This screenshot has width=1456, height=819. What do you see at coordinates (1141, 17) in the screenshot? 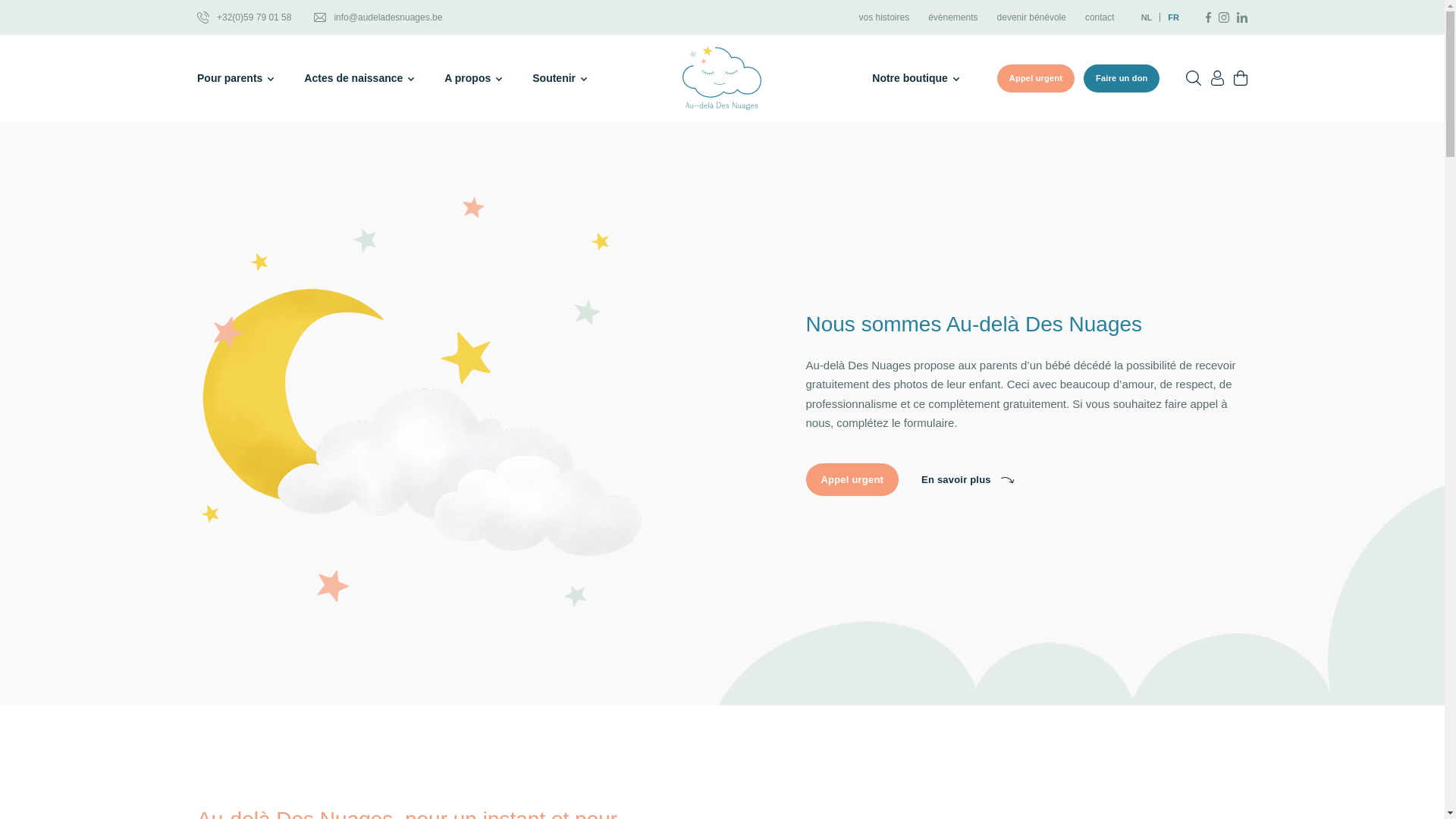
I see `'NL'` at bounding box center [1141, 17].